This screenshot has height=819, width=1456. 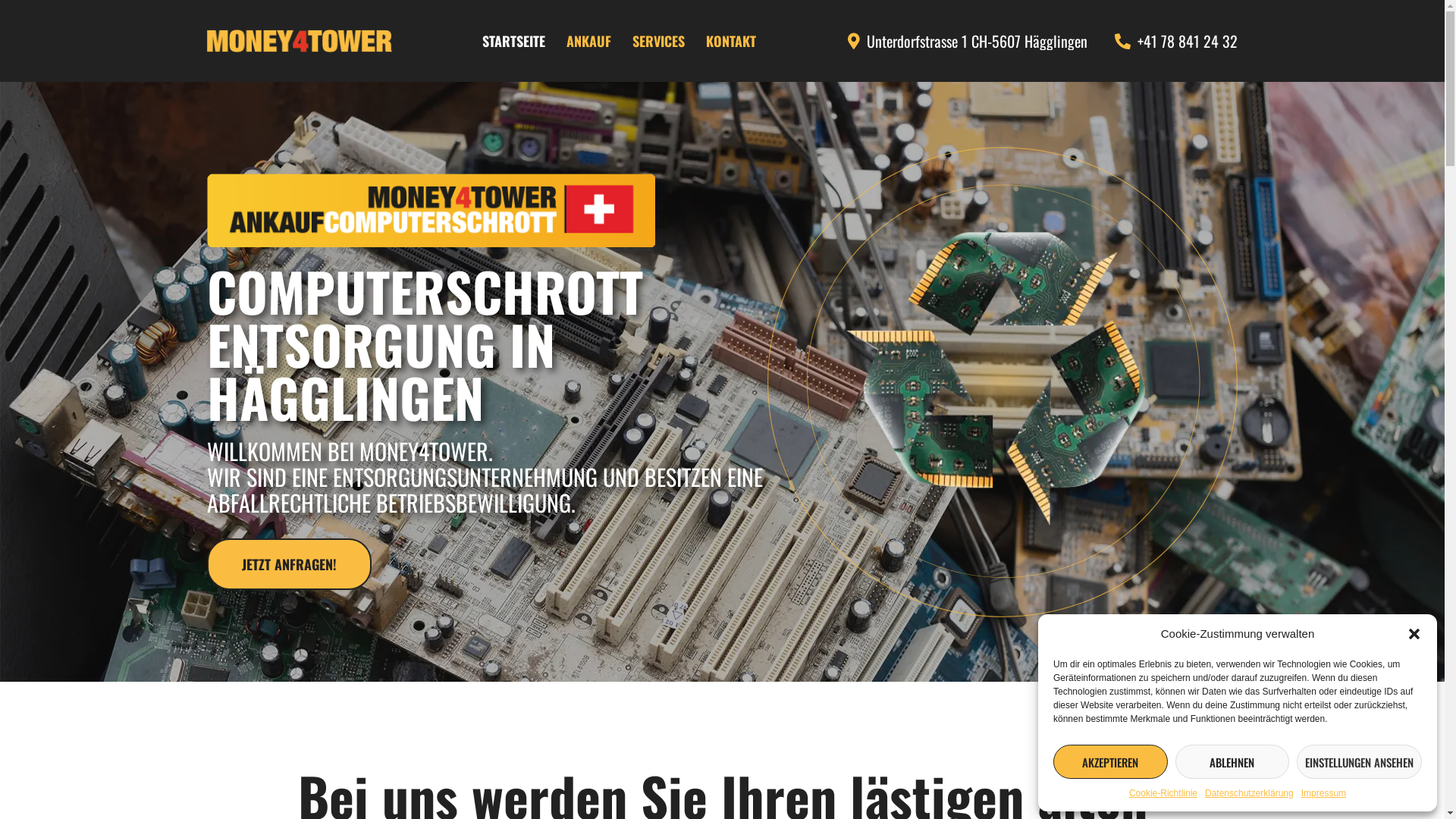 I want to click on 'Cookie-Richtlinie', so click(x=1163, y=792).